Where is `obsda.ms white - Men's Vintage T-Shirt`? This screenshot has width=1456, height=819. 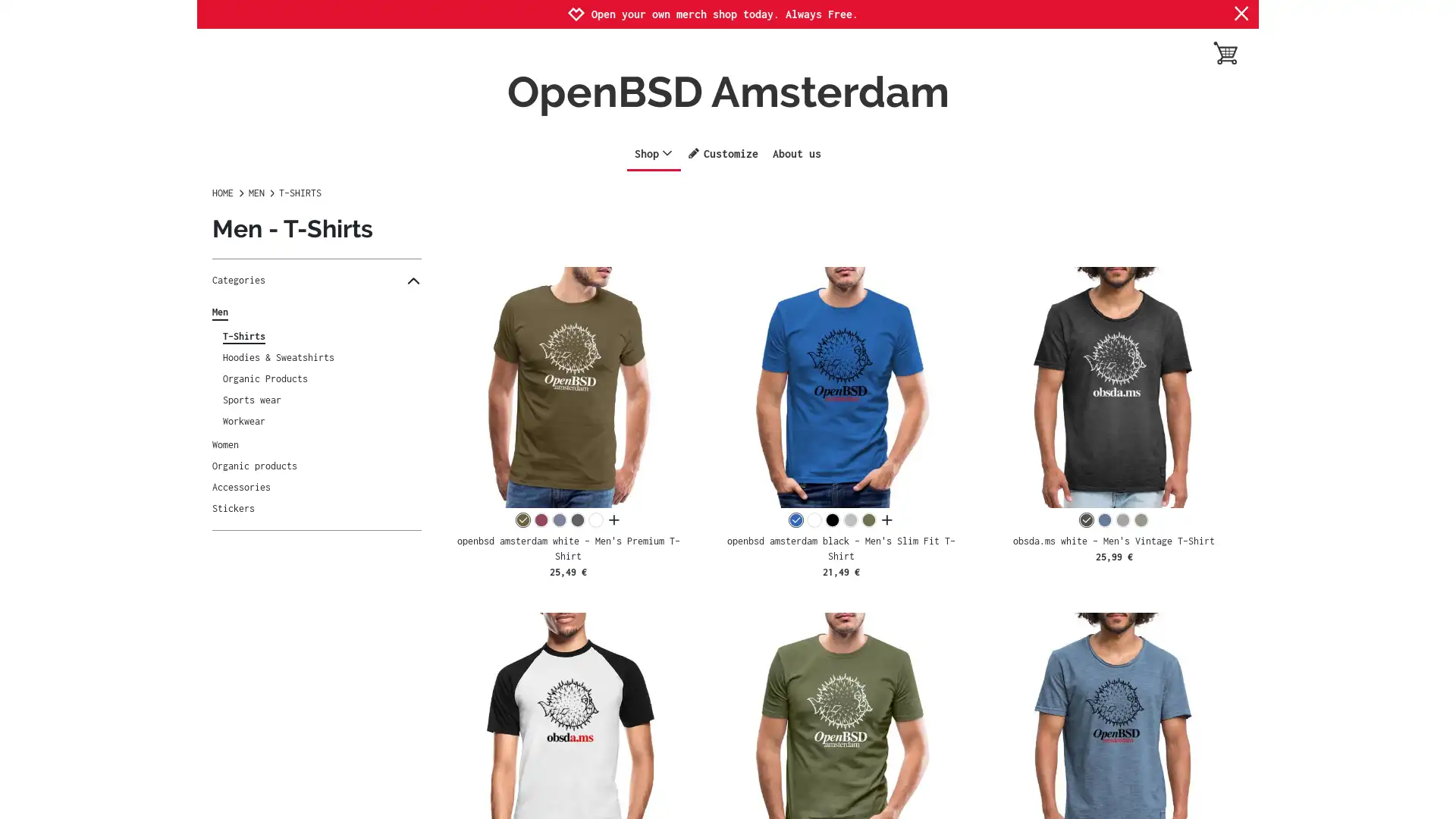
obsda.ms white - Men's Vintage T-Shirt is located at coordinates (1113, 386).